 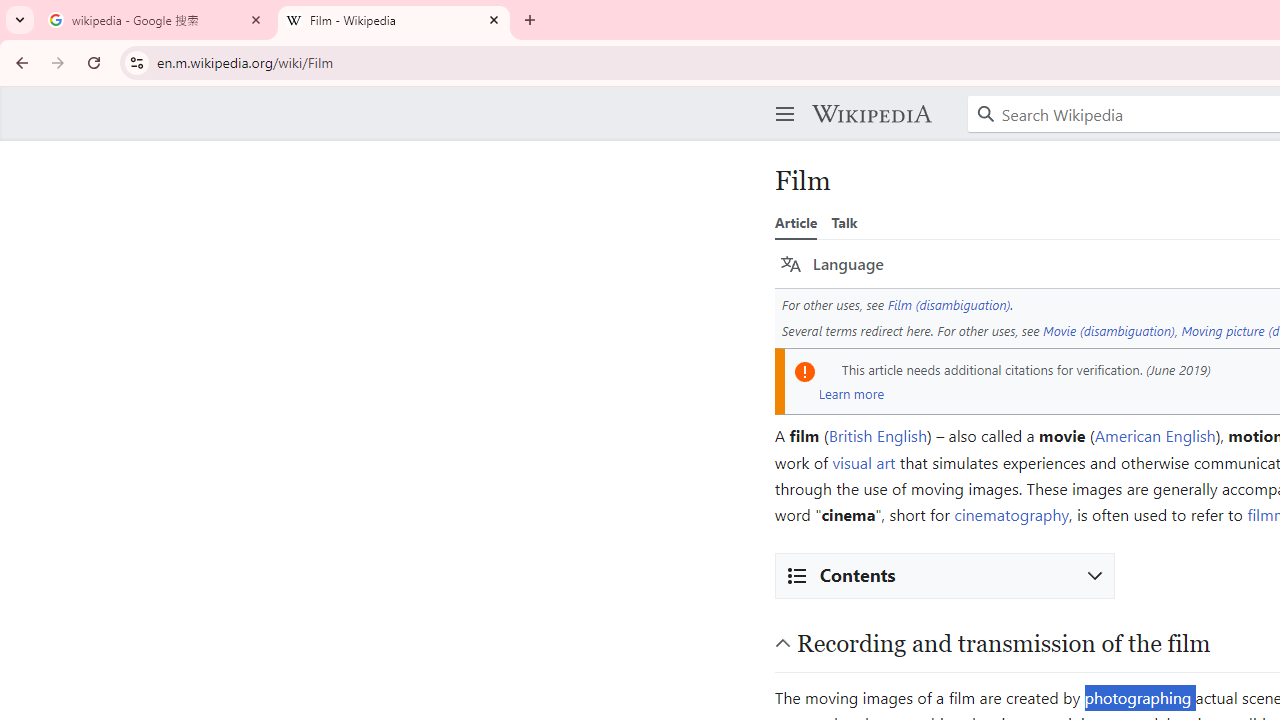 What do you see at coordinates (394, 20) in the screenshot?
I see `'Film - Wikipedia'` at bounding box center [394, 20].